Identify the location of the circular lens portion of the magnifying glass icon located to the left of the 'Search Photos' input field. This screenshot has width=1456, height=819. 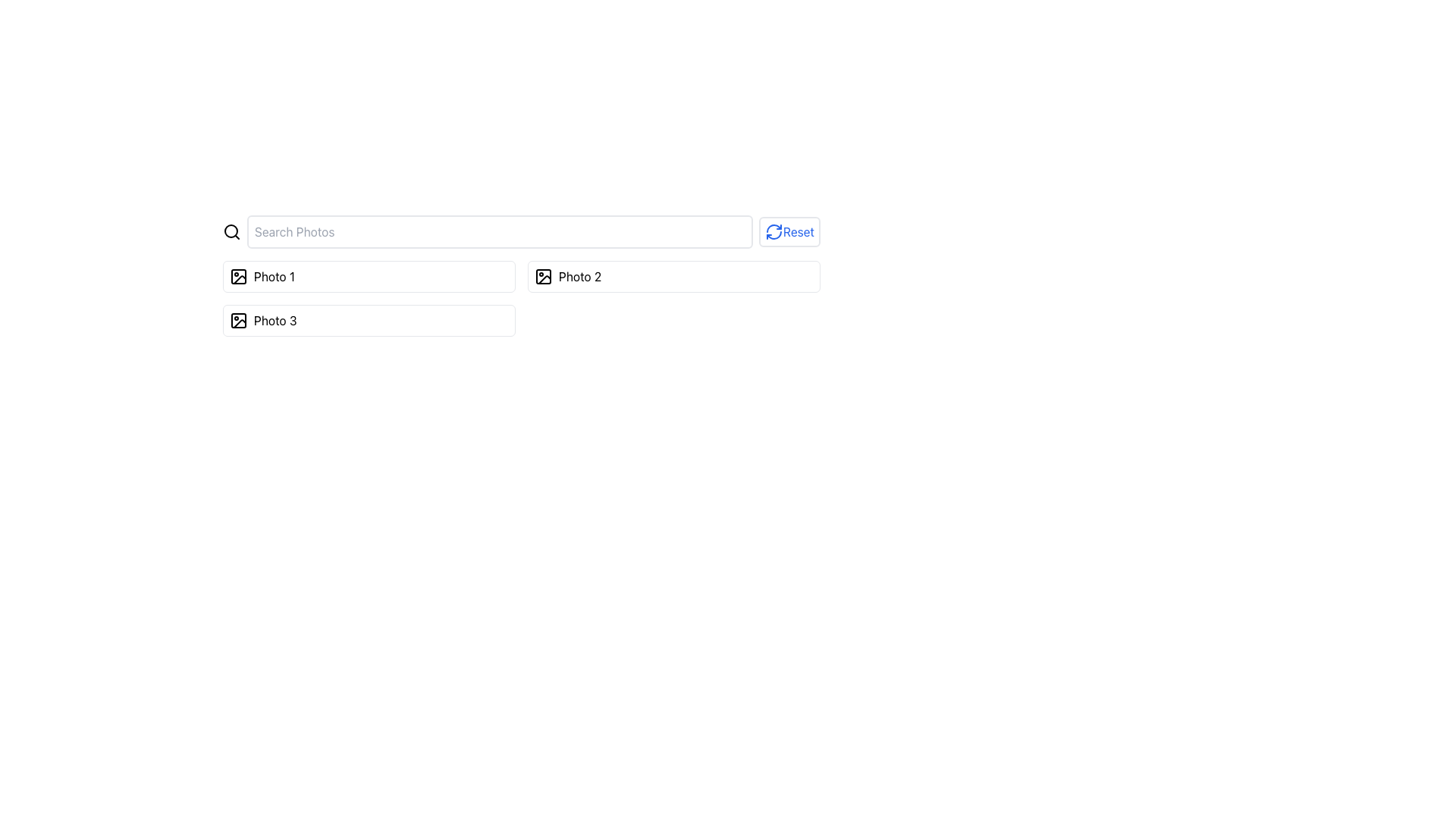
(231, 231).